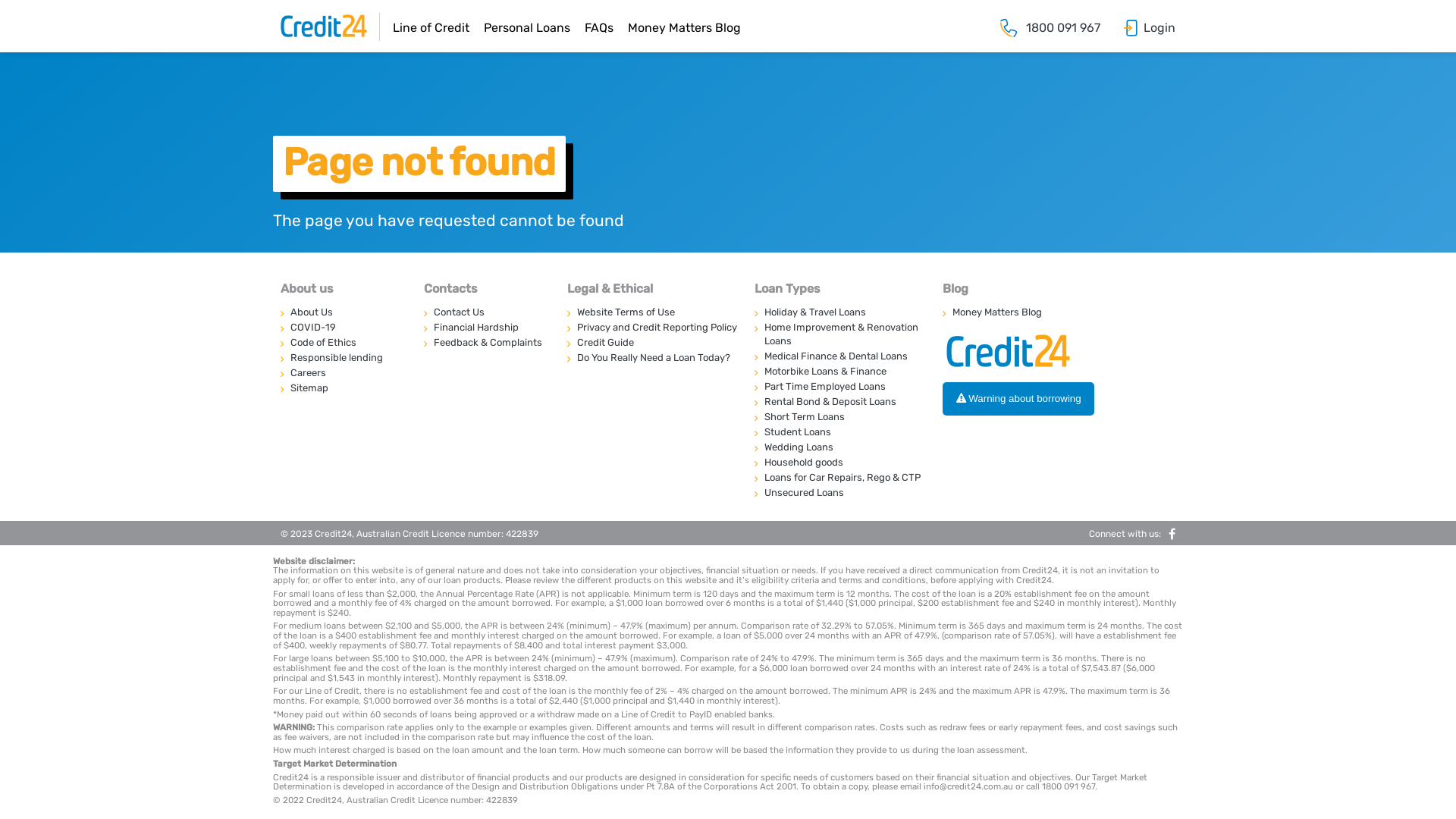  What do you see at coordinates (486, 327) in the screenshot?
I see `'Financial Hardship'` at bounding box center [486, 327].